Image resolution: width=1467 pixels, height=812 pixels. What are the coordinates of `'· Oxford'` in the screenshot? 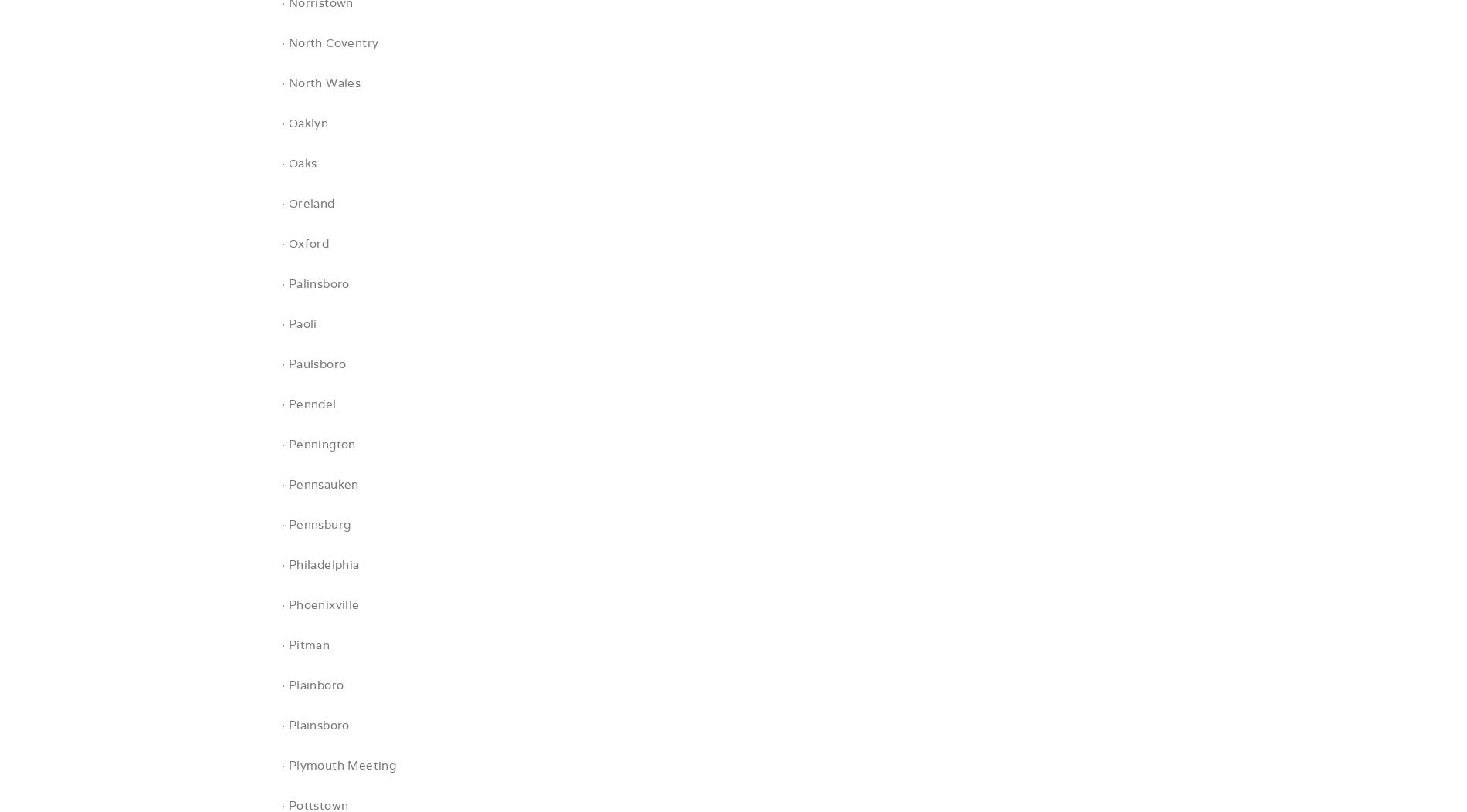 It's located at (304, 242).